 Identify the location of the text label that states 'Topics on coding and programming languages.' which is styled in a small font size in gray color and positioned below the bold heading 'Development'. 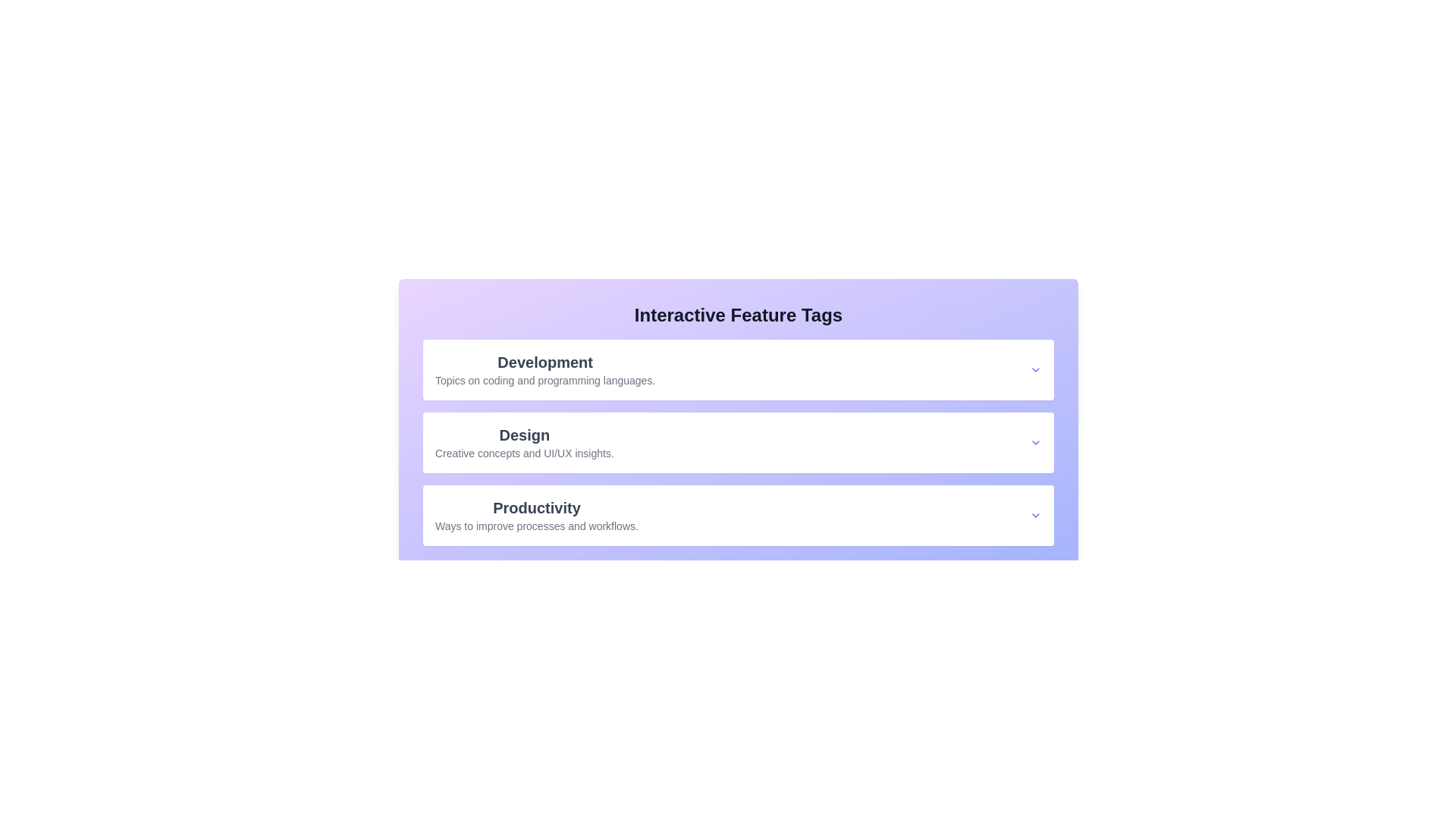
(545, 379).